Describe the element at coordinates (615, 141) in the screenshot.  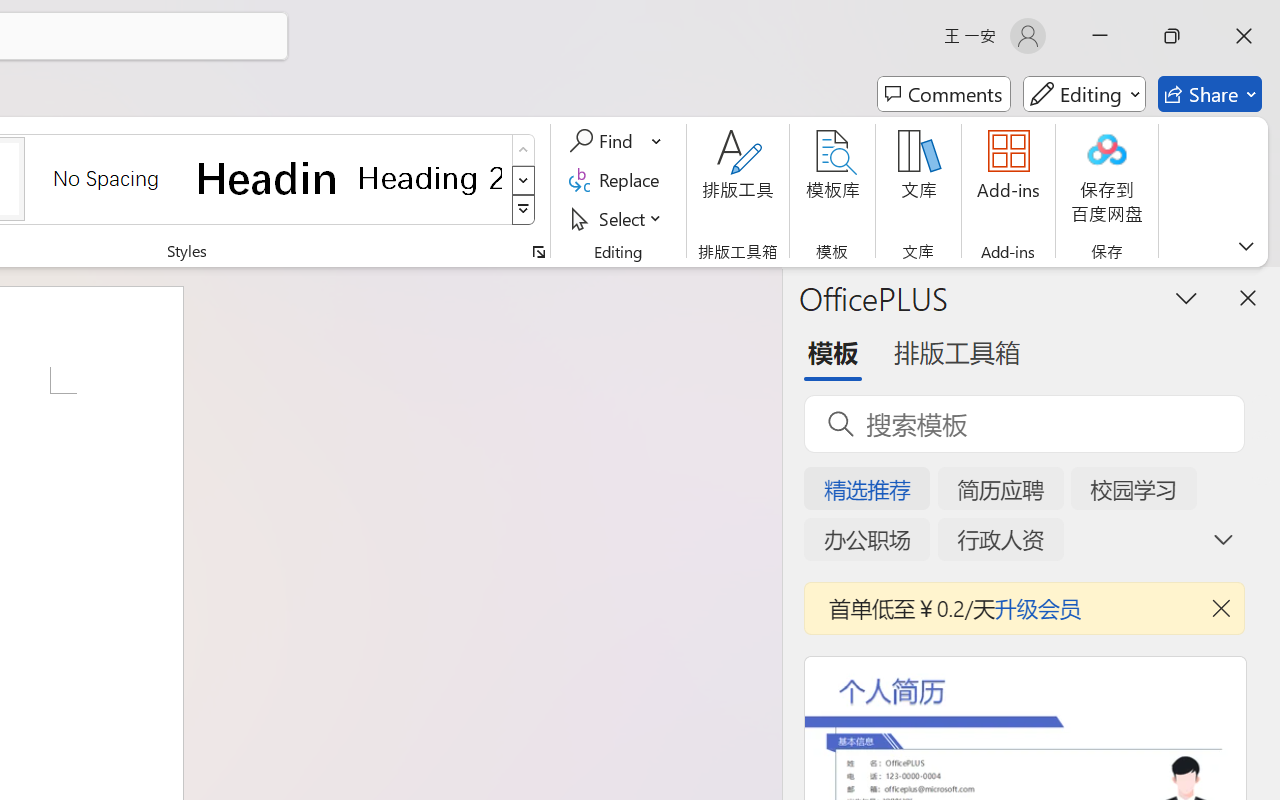
I see `'Find'` at that location.